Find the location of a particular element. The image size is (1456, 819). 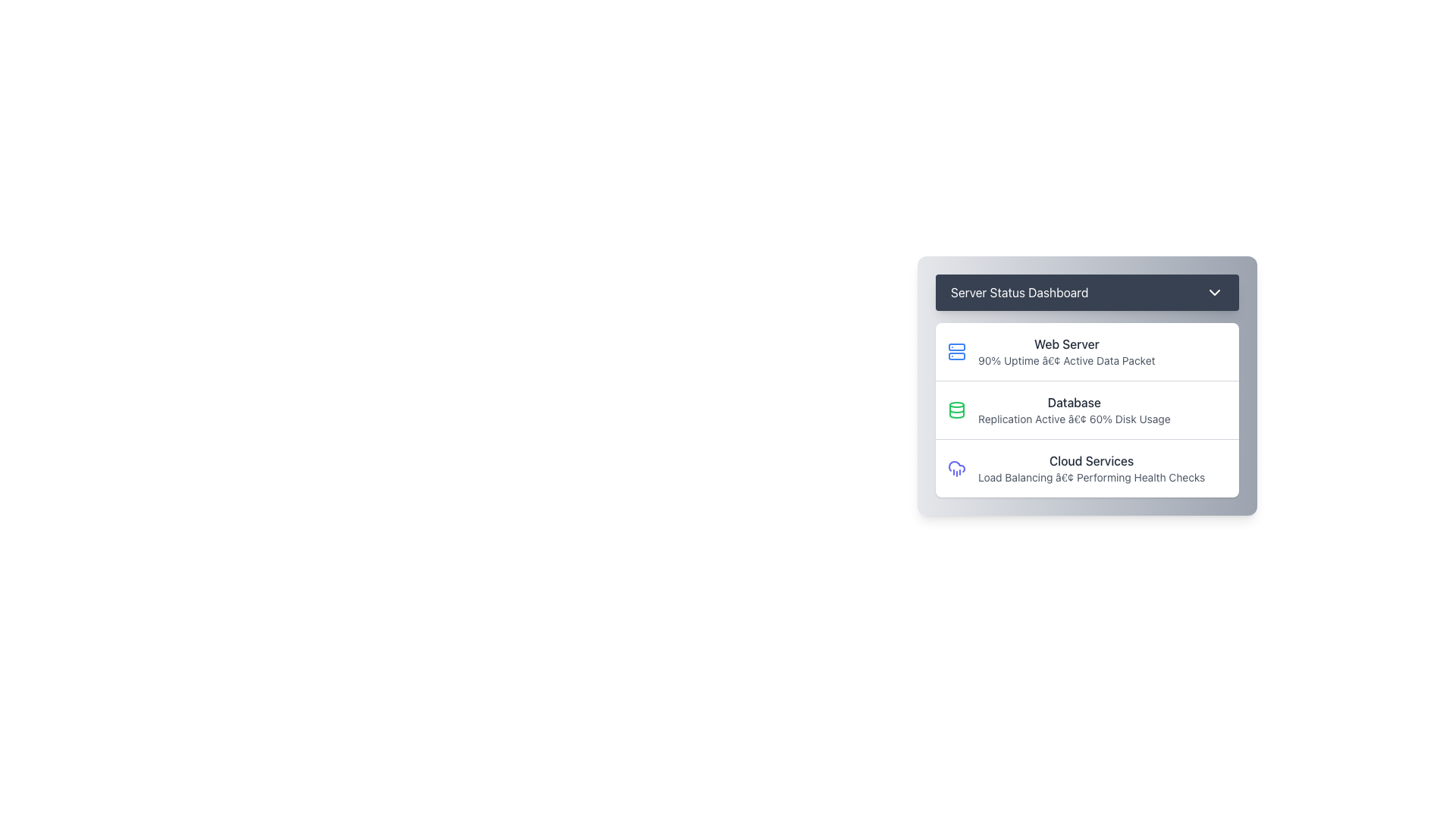

the 'Cloud Services' label in the 'Server Status Dashboard' card, which provides a summary of associated tasks like 'Load Balancing' and 'Performing Health Checks' is located at coordinates (1090, 467).